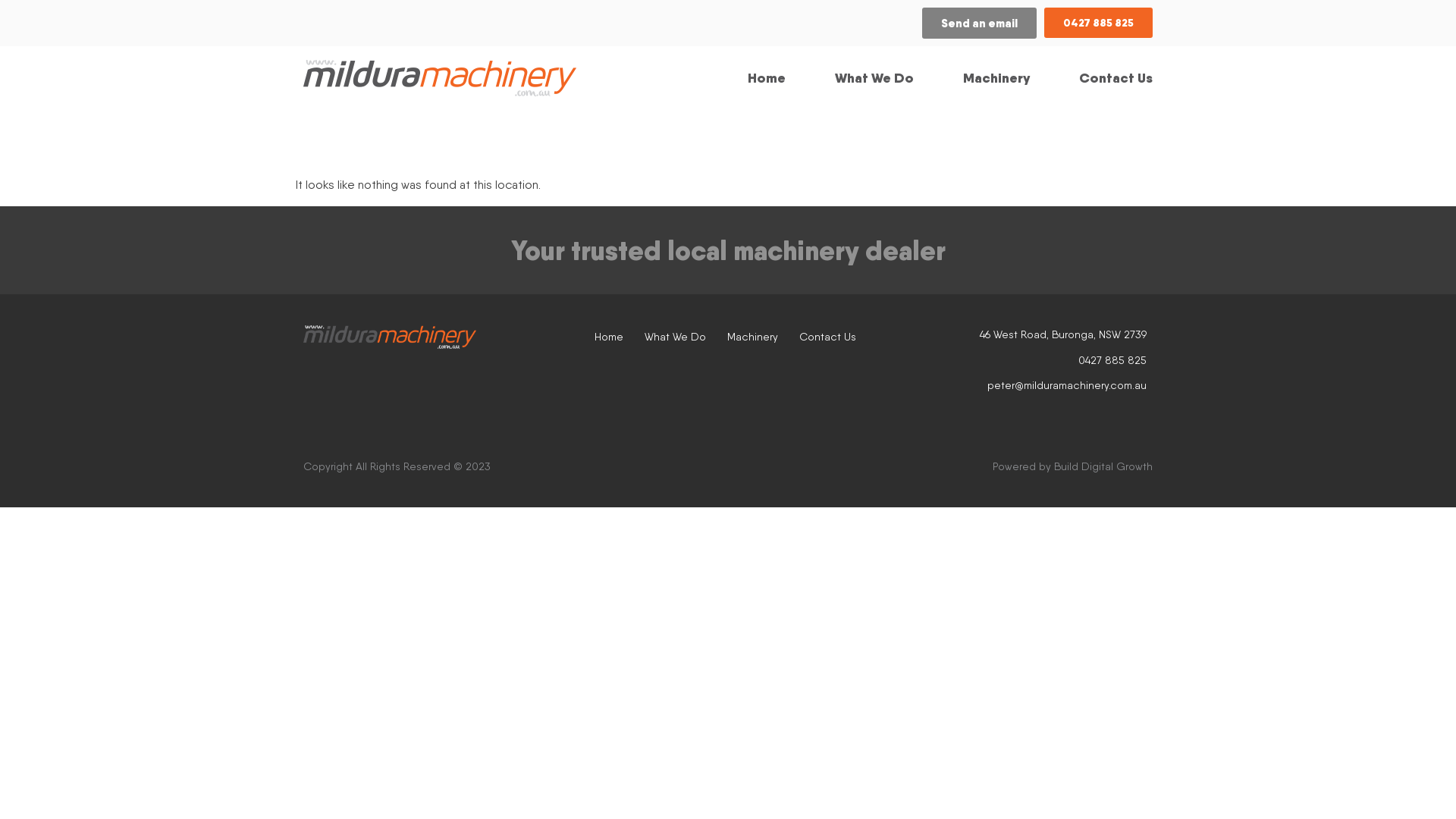 Image resolution: width=1456 pixels, height=819 pixels. I want to click on 'Contact Us', so click(827, 335).